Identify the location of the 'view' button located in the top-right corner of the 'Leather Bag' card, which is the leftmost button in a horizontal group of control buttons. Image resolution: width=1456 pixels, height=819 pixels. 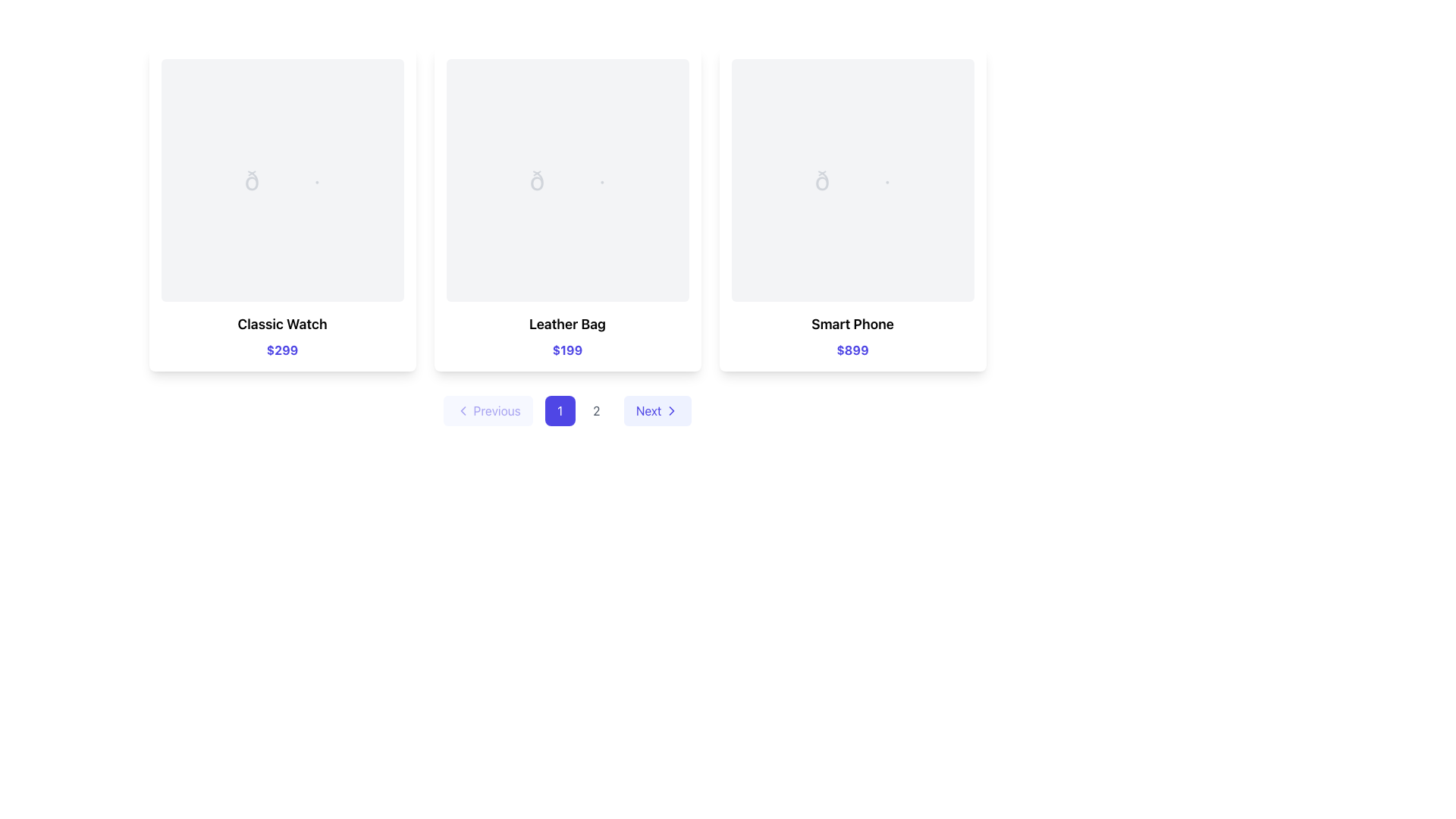
(652, 64).